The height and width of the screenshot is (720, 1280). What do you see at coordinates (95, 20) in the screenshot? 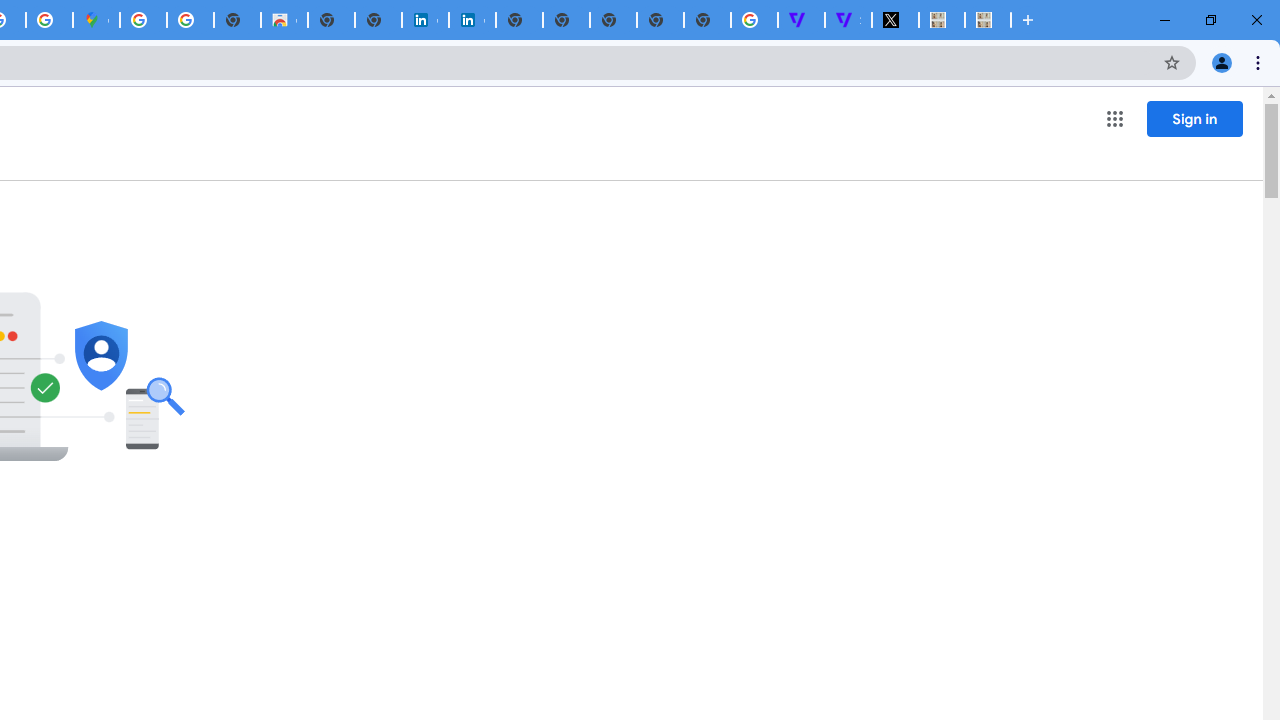
I see `'Google Maps'` at bounding box center [95, 20].